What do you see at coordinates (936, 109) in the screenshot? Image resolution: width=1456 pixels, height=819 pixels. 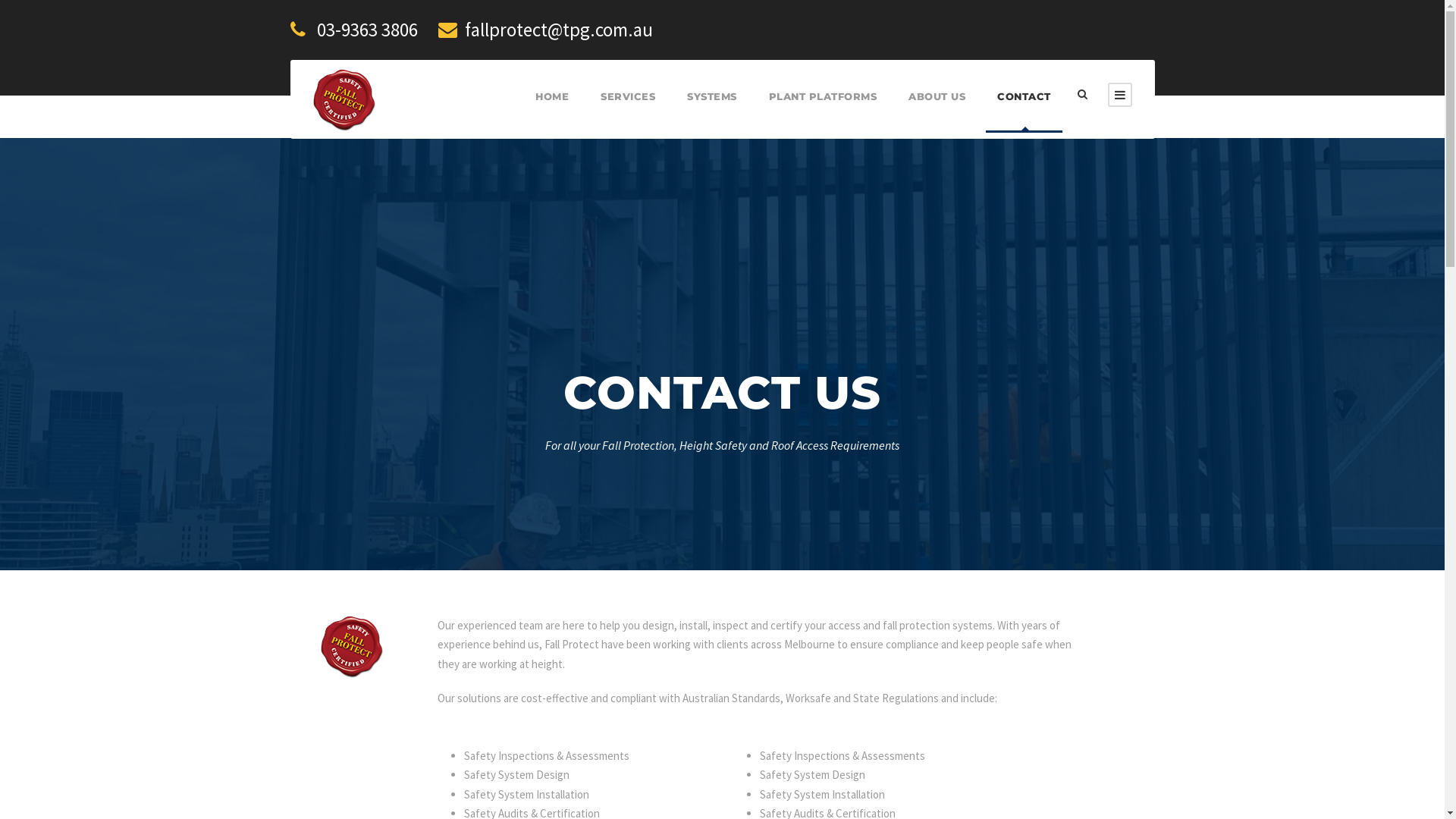 I see `'ABOUT US'` at bounding box center [936, 109].